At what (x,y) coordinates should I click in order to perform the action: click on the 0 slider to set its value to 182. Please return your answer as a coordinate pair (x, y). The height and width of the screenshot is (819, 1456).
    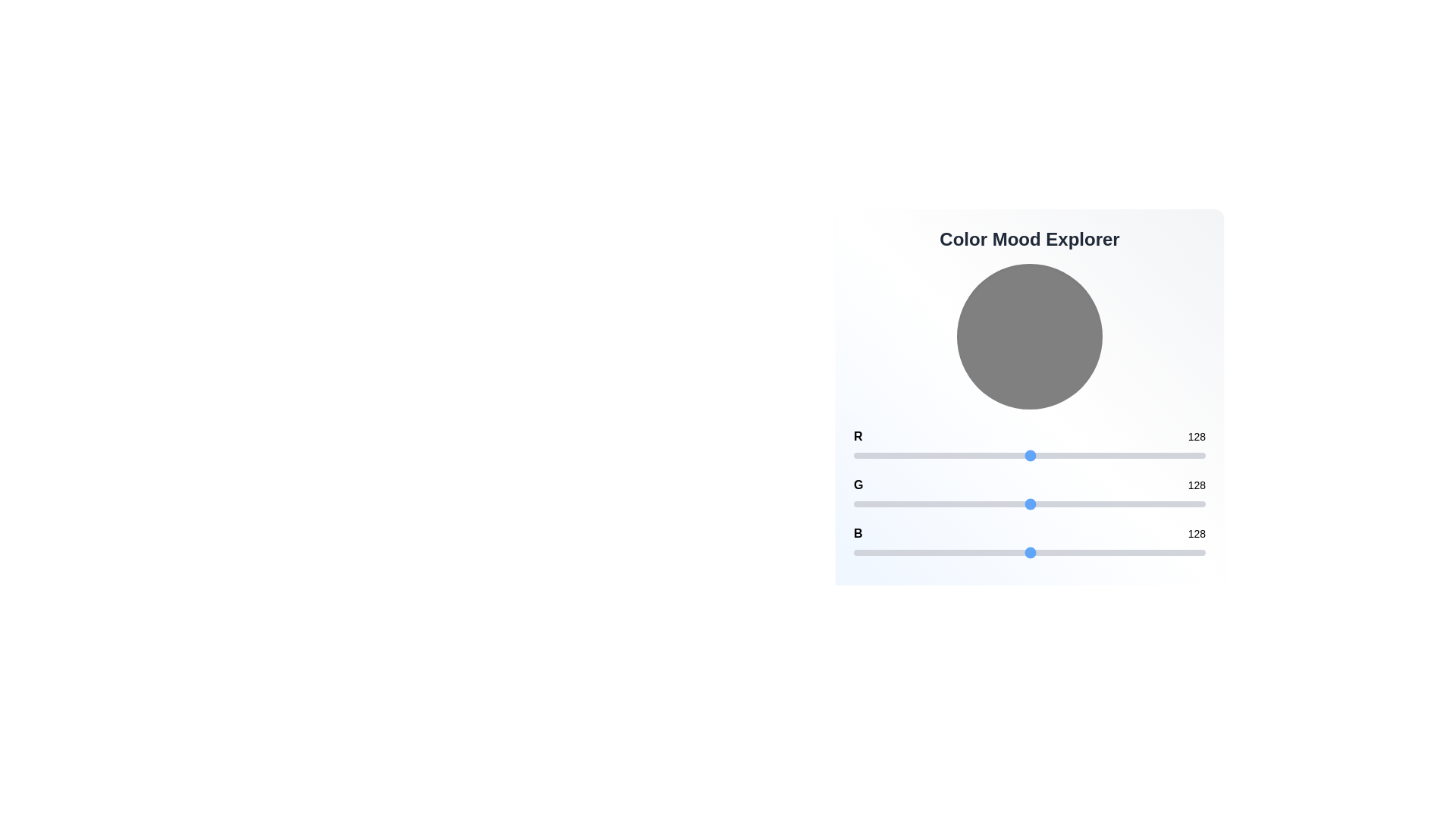
    Looking at the image, I should click on (1105, 455).